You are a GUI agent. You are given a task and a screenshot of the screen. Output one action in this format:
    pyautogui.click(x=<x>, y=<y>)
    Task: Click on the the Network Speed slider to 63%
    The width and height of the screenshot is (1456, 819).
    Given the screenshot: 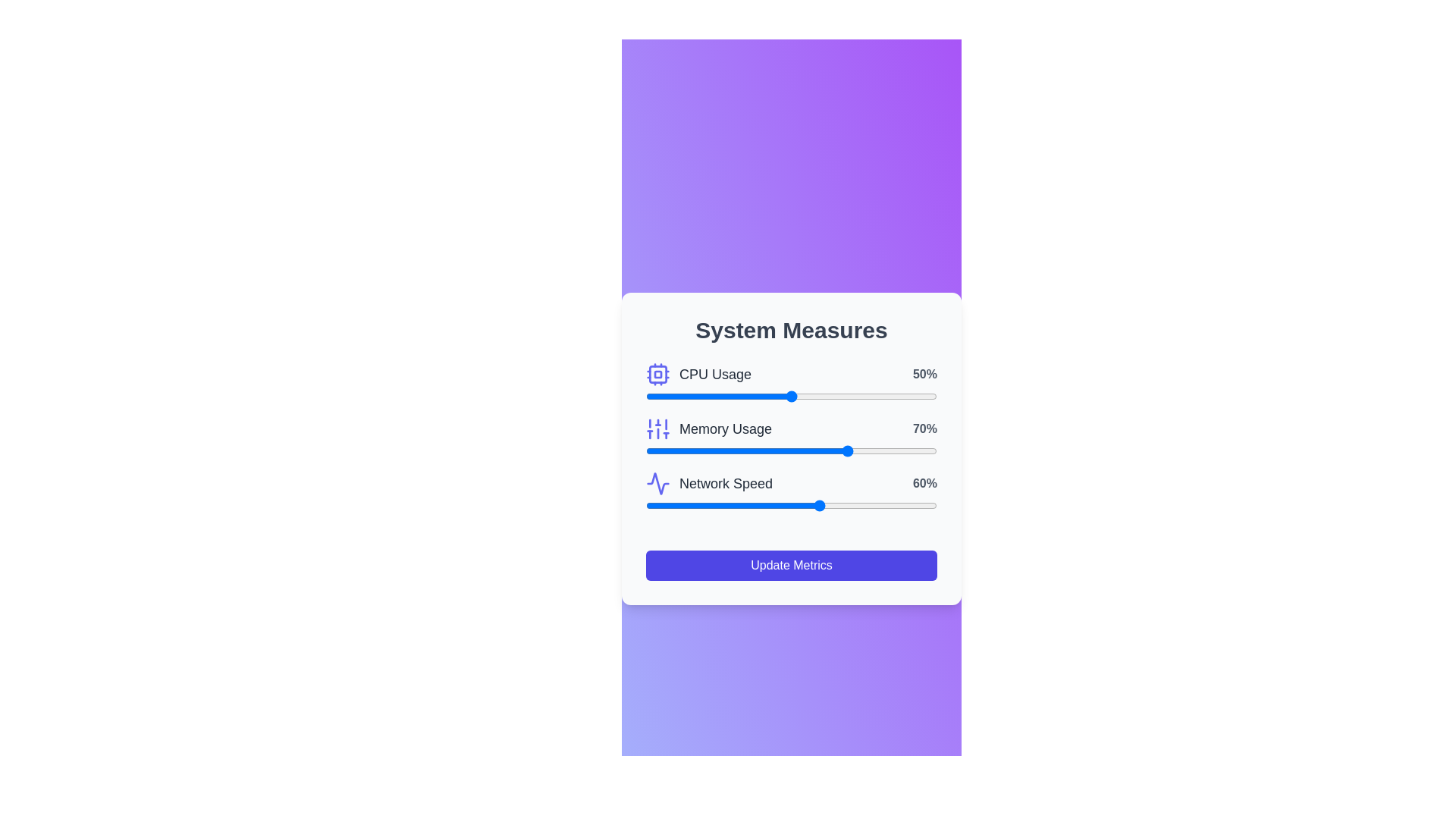 What is the action you would take?
    pyautogui.click(x=829, y=506)
    